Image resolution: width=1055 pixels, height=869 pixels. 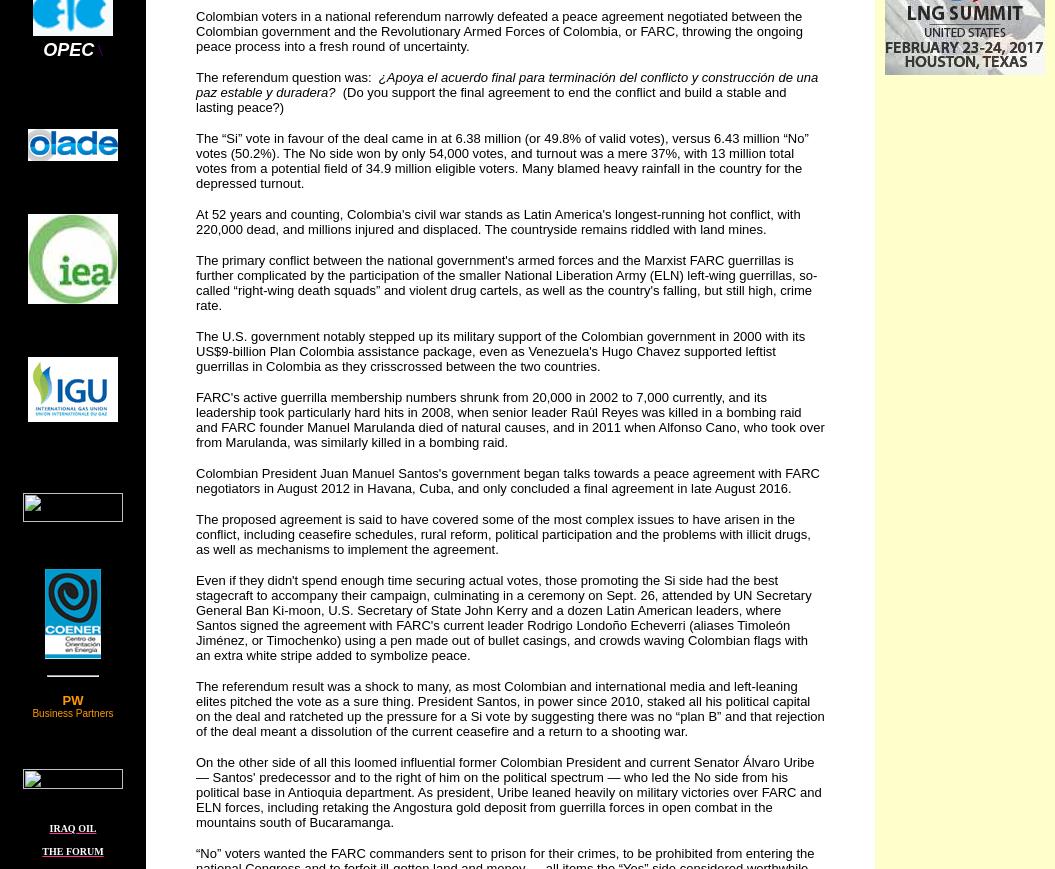 I want to click on 'The referendum result was a shock to many, as most Colombian and international media and left-leaning elites pitched the vote as a sure thing. President Santos, in power since 2010, staked all his political capital on the deal and ratcheted up the pressure for a Si vote by suggesting there was no “plan B” and that rejection of the deal meant a dissolution of the current ceasefire and a return to a shooting war.', so click(x=195, y=709).